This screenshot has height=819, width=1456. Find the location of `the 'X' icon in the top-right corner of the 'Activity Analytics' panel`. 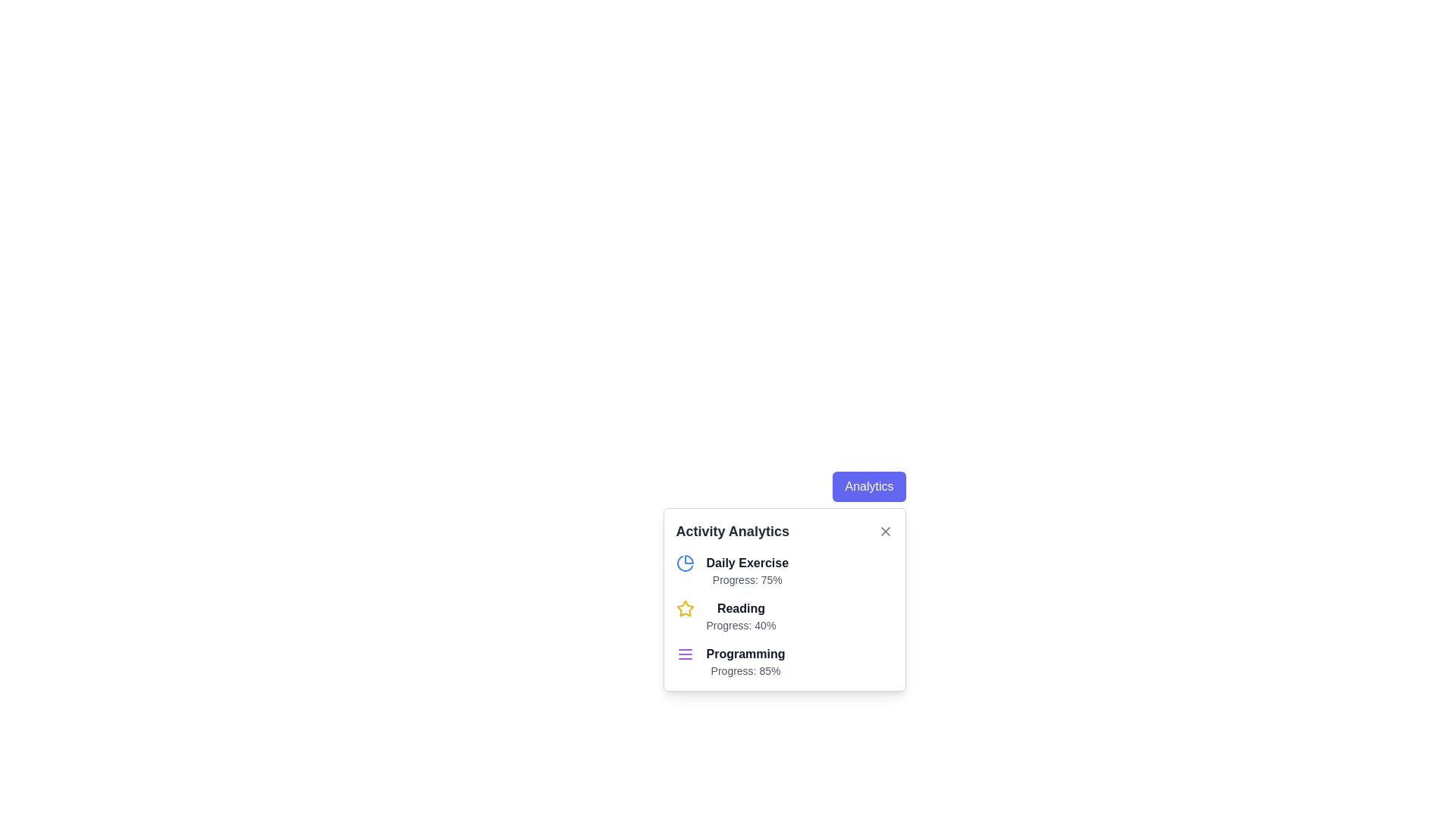

the 'X' icon in the top-right corner of the 'Activity Analytics' panel is located at coordinates (885, 531).